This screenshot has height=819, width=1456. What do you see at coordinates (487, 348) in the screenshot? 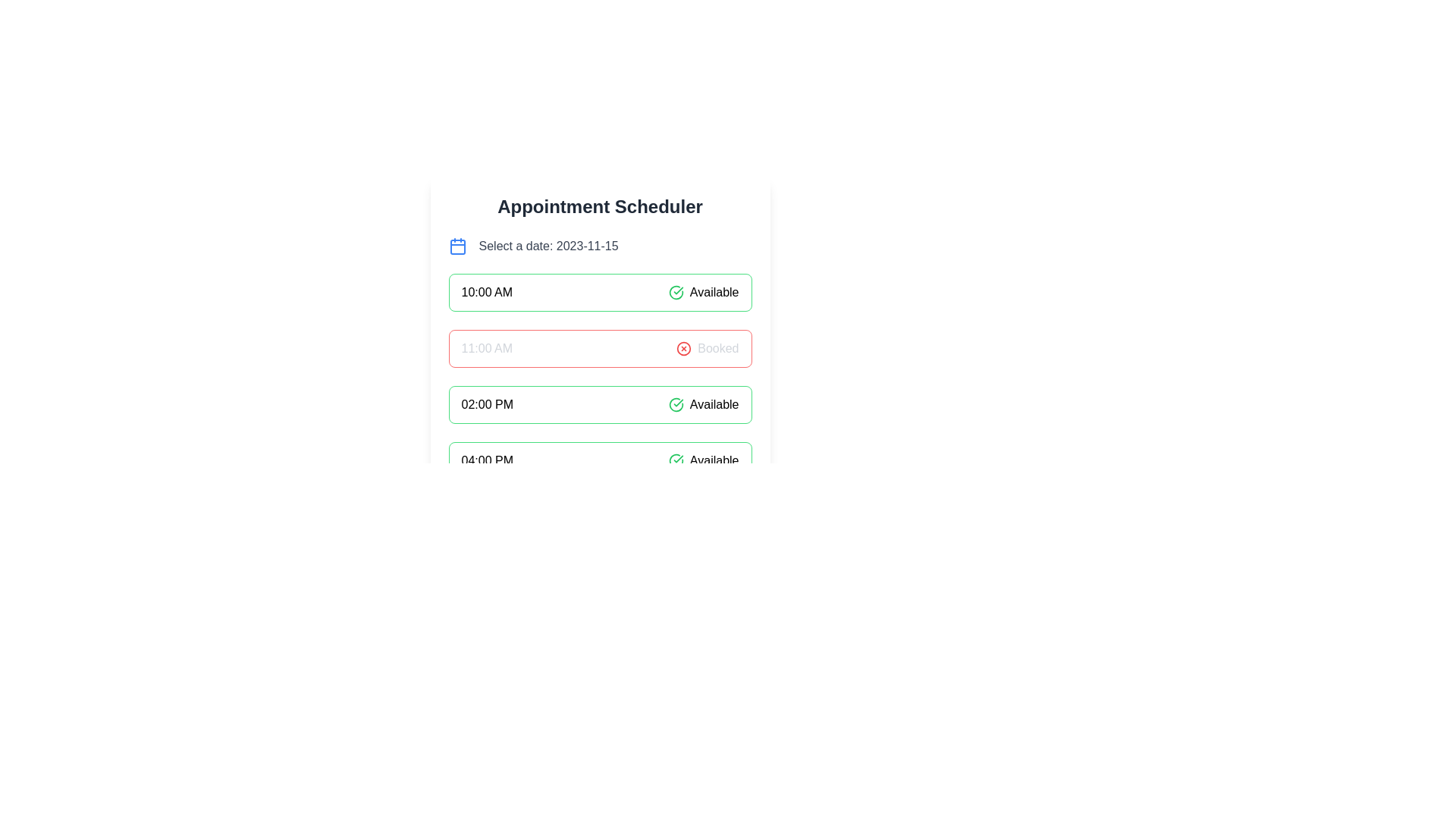
I see `the static text label displaying '11:00 AM' within the booking schedule card` at bounding box center [487, 348].